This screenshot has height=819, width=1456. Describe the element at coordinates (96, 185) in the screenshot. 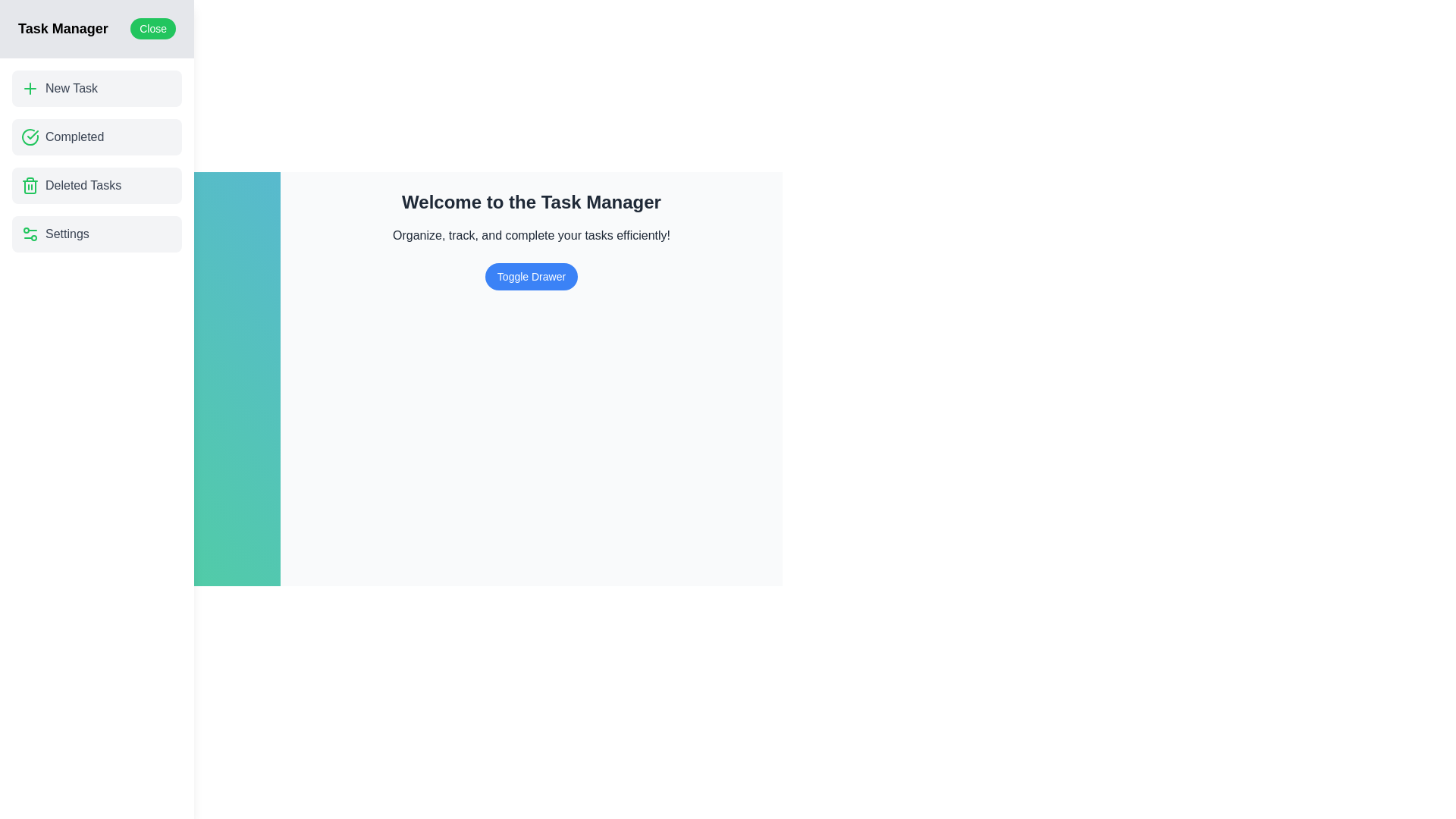

I see `the item Deleted Tasks from the drawer menu` at that location.